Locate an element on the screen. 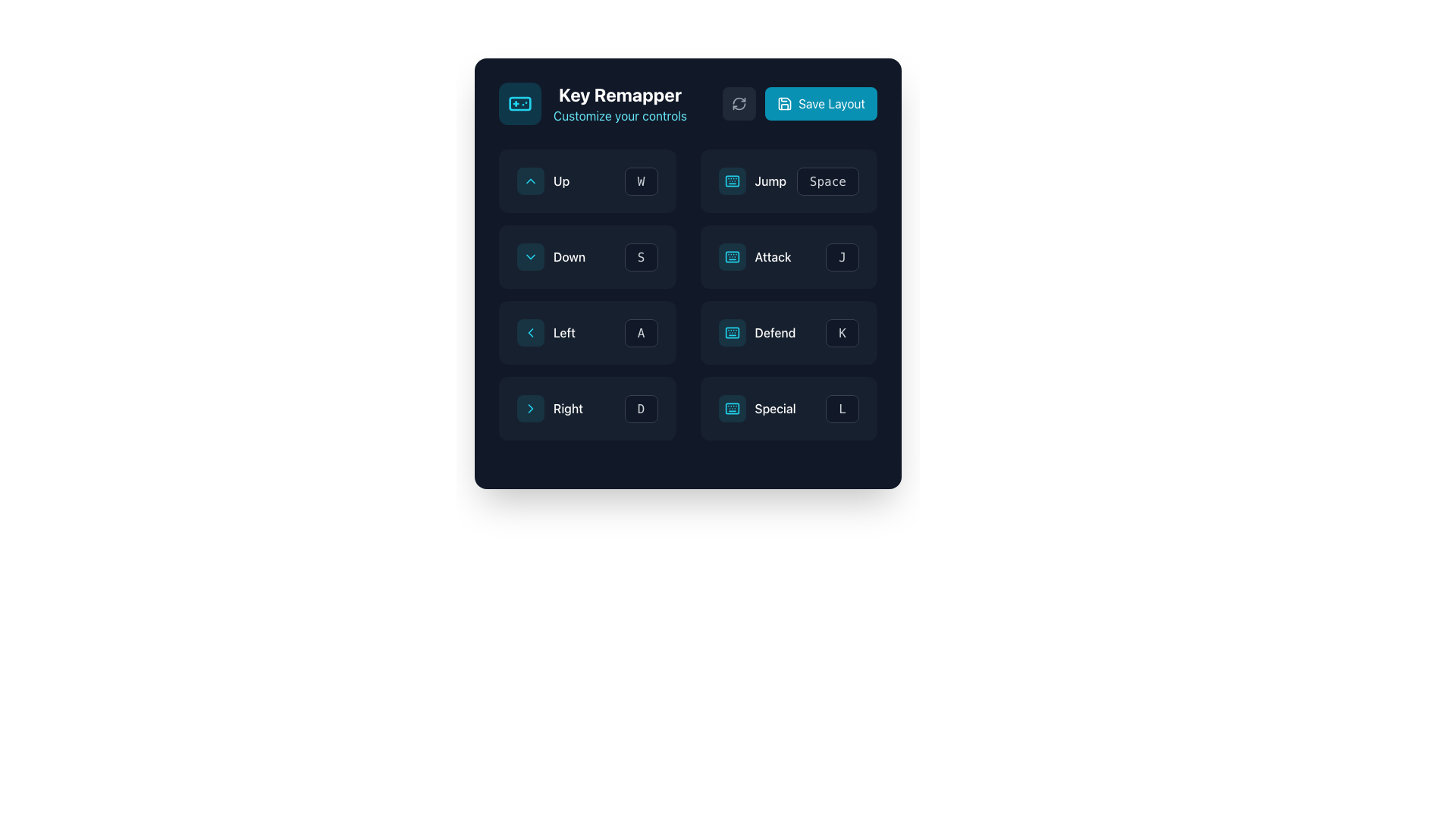 This screenshot has width=1456, height=819. the second interactive button in the third row of the key mappings grid, which is adjacent to the 'Jump' label is located at coordinates (827, 180).